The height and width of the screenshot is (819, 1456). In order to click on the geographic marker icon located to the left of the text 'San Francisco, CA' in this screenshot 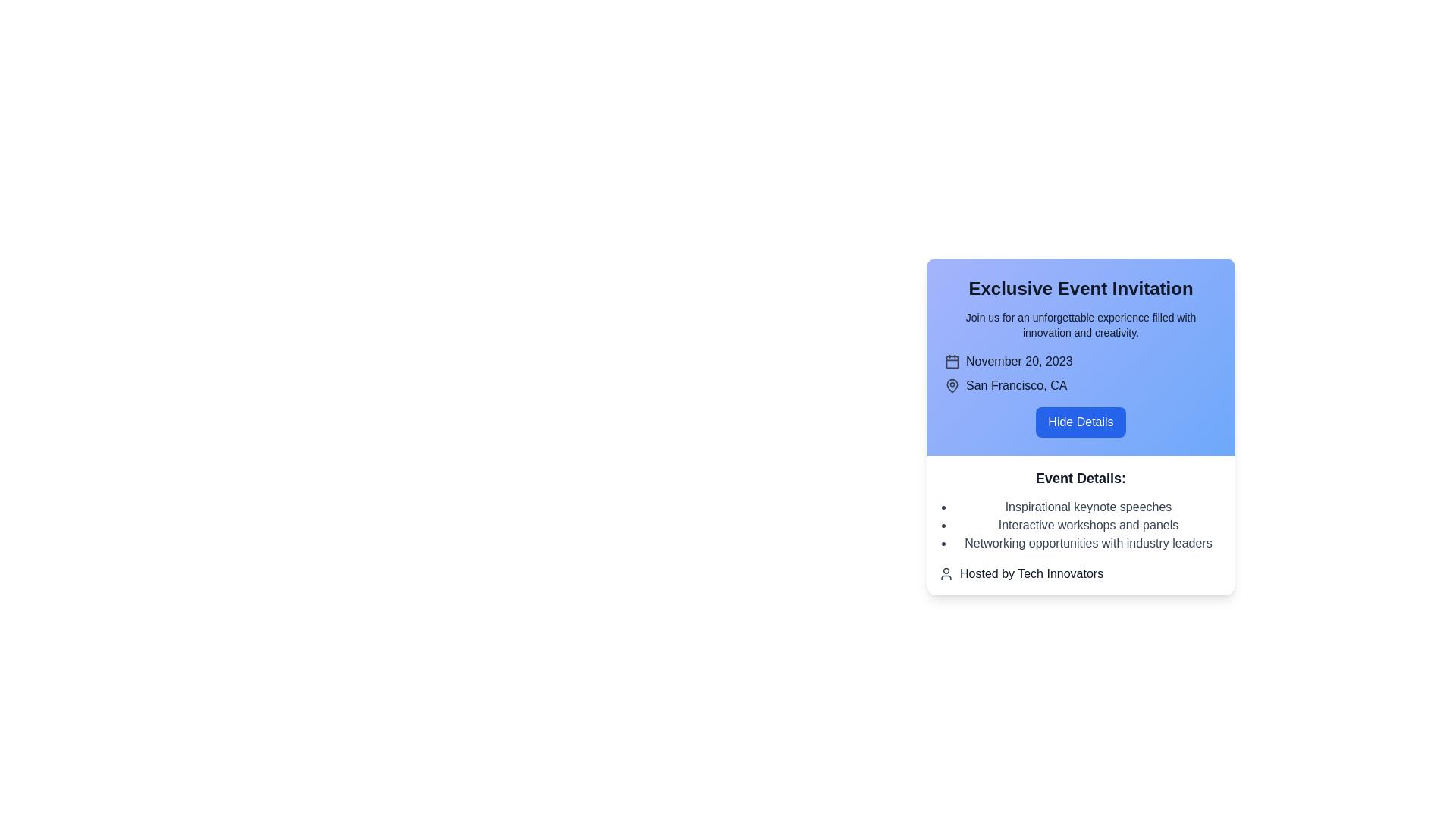, I will do `click(952, 385)`.